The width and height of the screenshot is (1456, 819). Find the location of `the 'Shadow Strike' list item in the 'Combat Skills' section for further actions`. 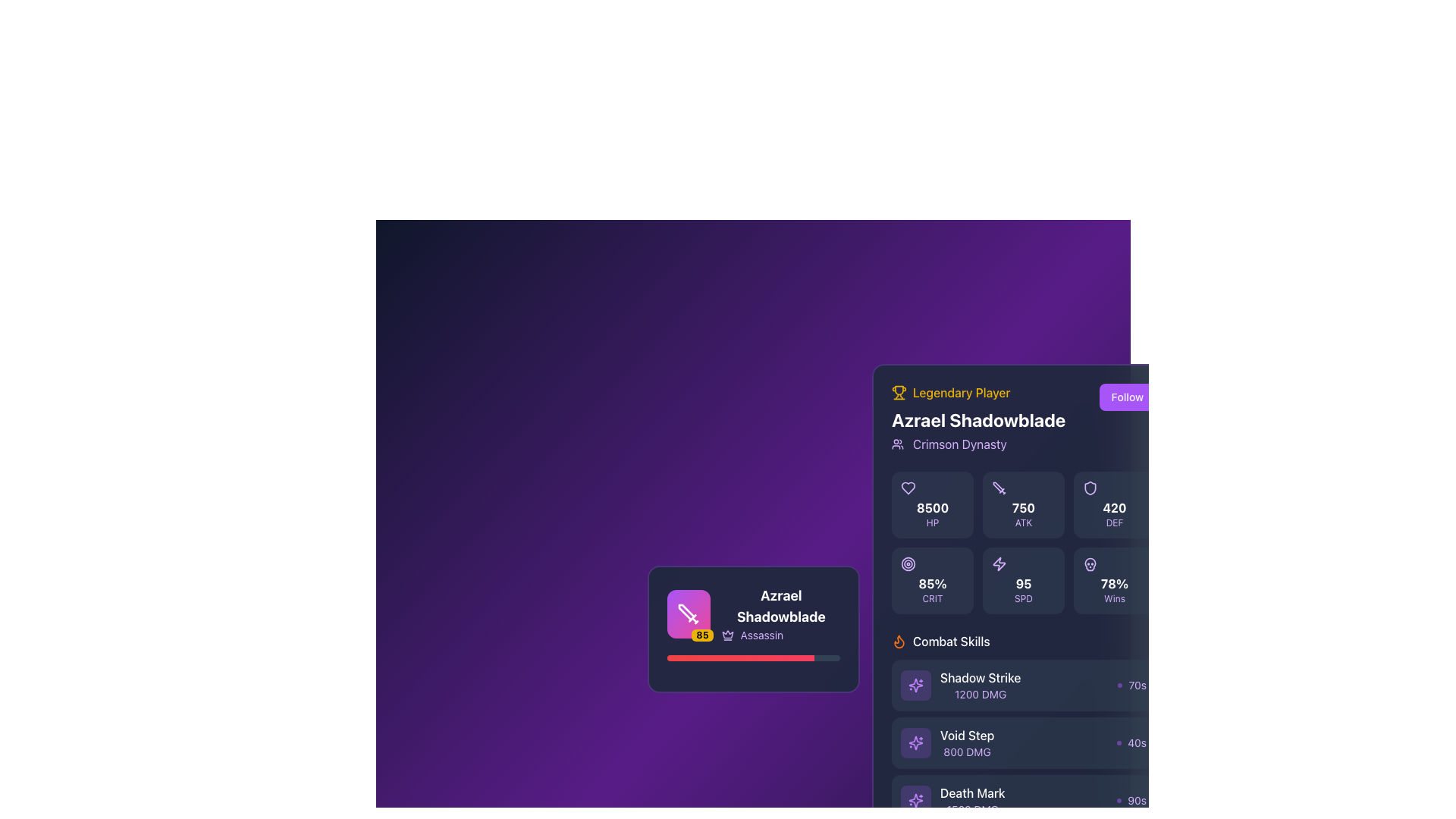

the 'Shadow Strike' list item in the 'Combat Skills' section for further actions is located at coordinates (959, 685).